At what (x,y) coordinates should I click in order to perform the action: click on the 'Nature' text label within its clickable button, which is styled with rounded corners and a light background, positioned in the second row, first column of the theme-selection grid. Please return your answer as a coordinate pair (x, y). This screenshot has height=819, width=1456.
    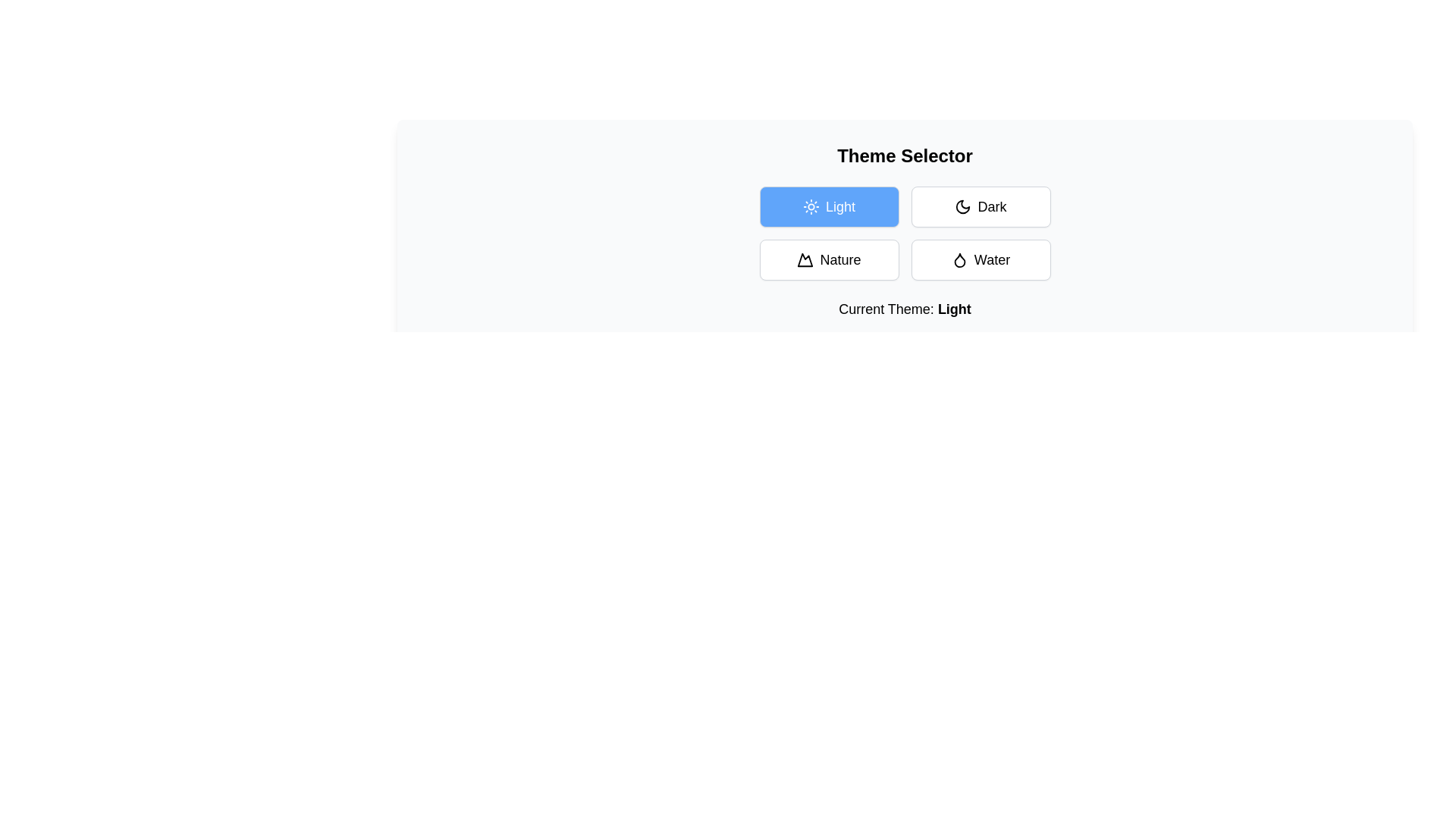
    Looking at the image, I should click on (839, 259).